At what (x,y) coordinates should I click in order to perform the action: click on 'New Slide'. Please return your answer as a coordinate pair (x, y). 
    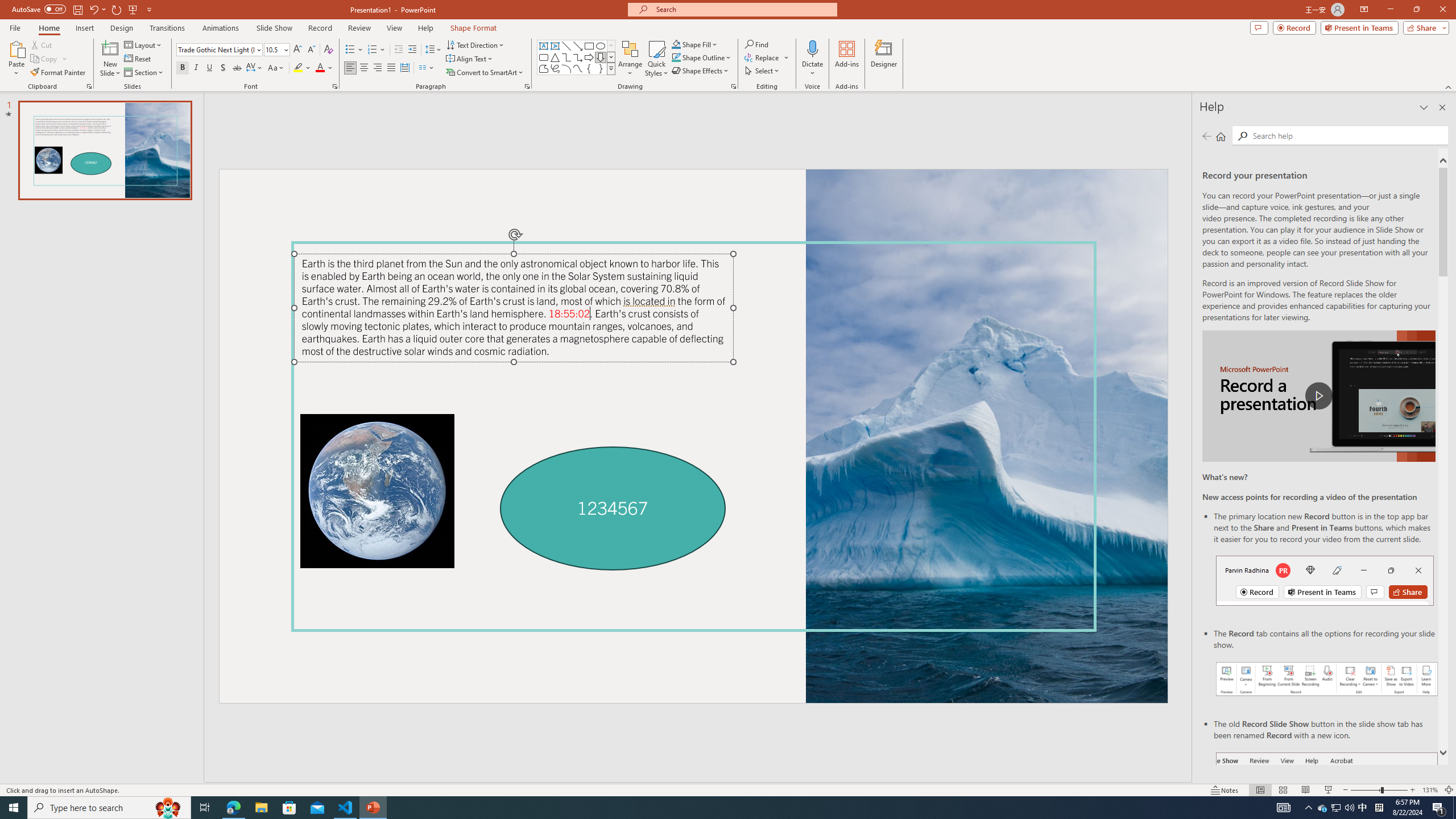
    Looking at the image, I should click on (110, 59).